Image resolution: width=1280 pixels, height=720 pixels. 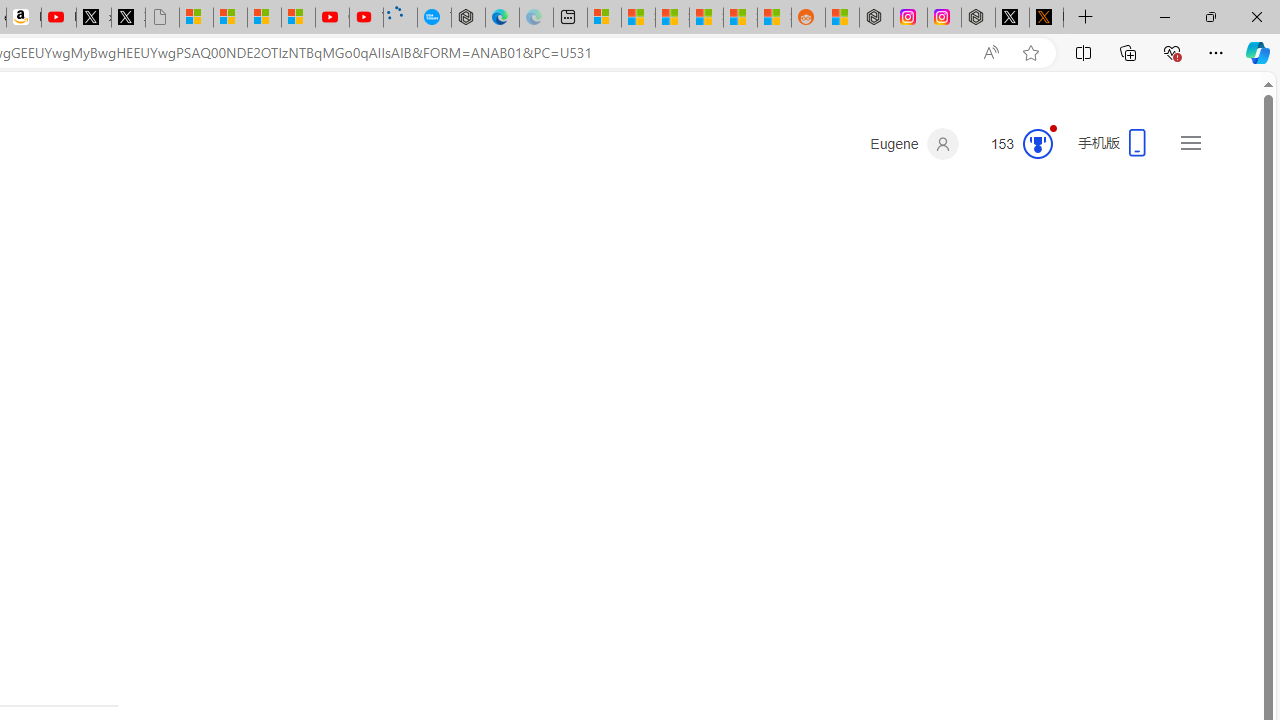 What do you see at coordinates (1128, 51) in the screenshot?
I see `'Collections'` at bounding box center [1128, 51].